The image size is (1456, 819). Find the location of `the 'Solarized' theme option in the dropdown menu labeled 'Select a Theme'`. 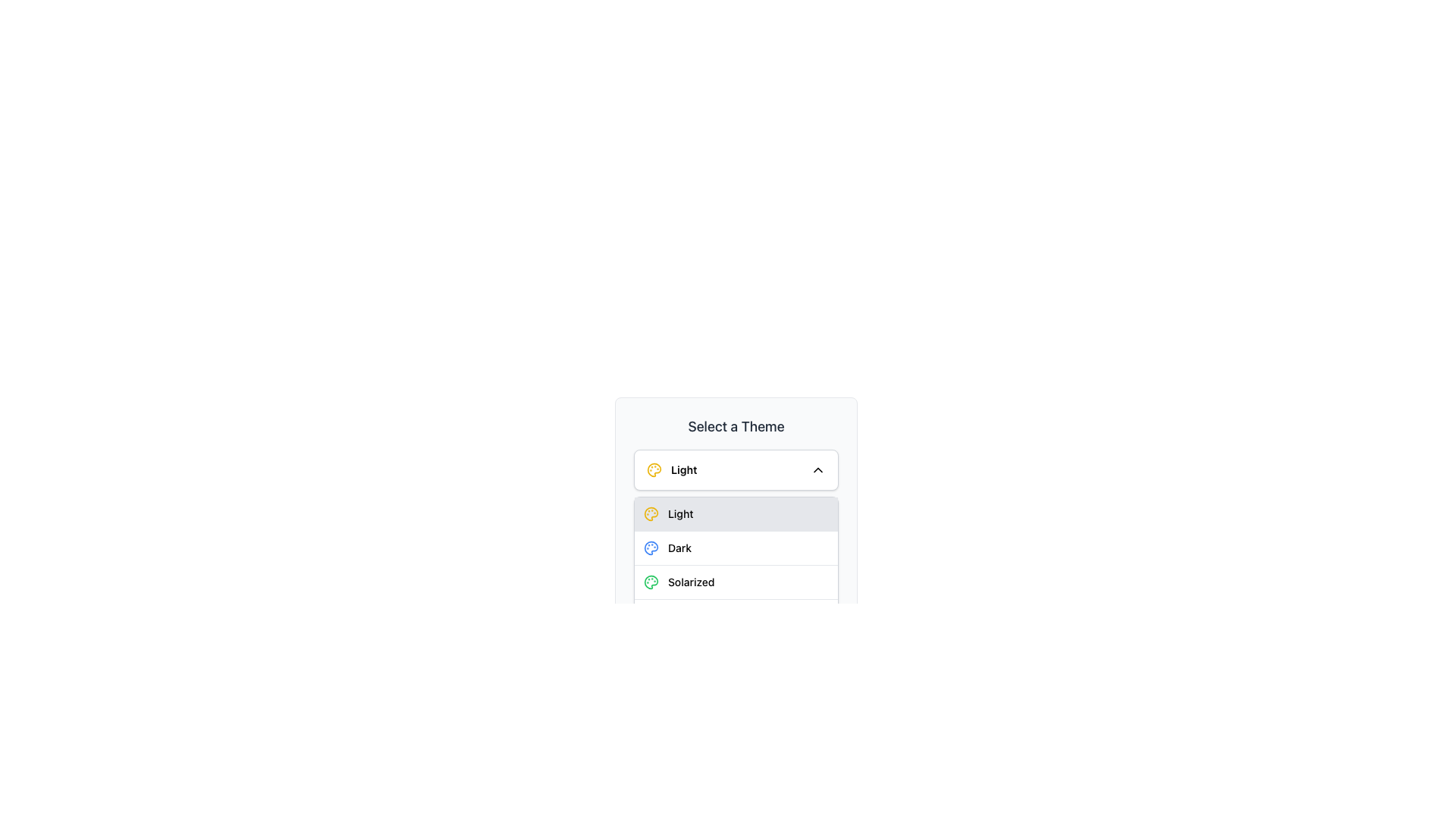

the 'Solarized' theme option in the dropdown menu labeled 'Select a Theme' is located at coordinates (690, 581).